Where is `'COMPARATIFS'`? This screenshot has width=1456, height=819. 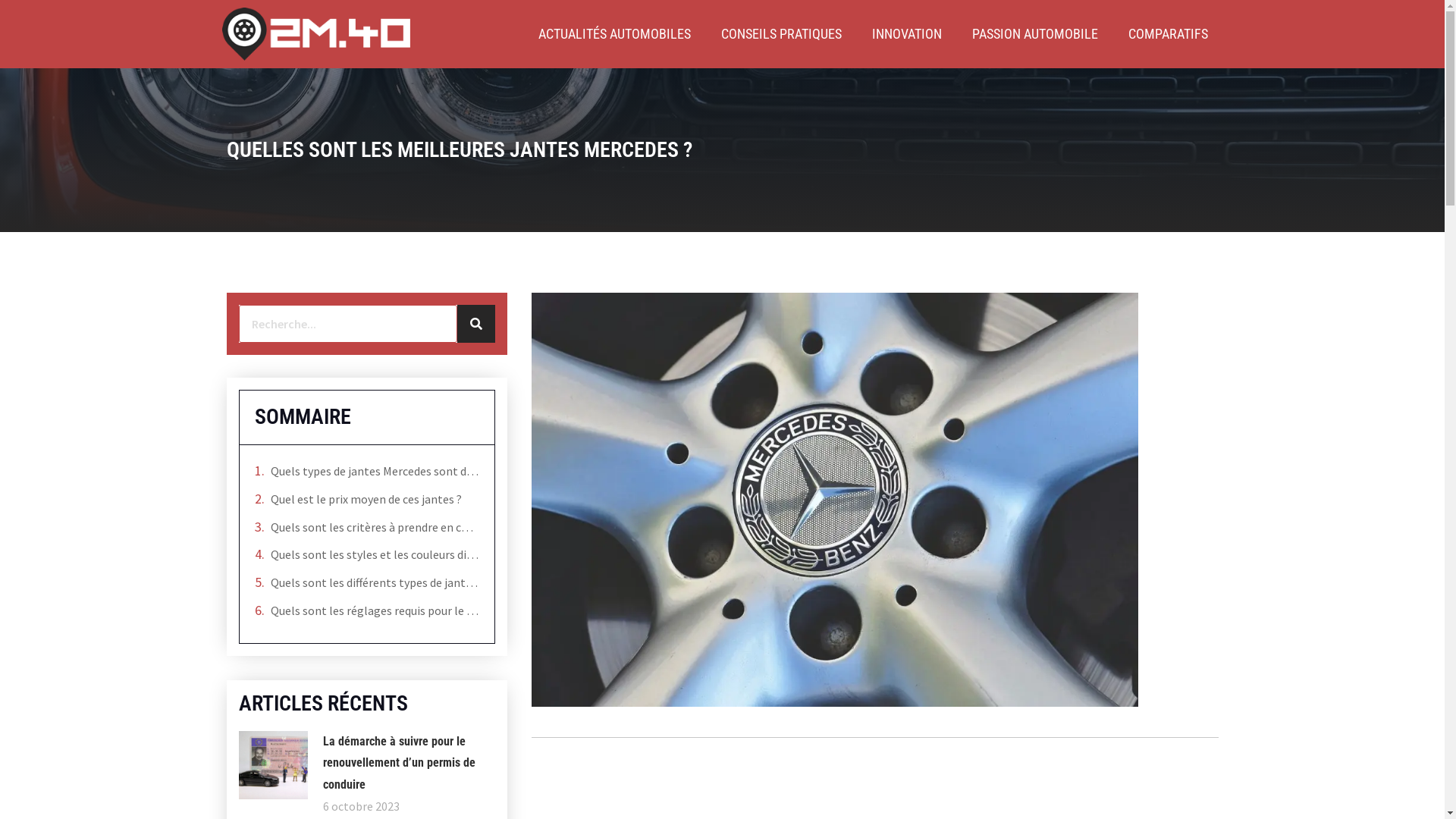 'COMPARATIFS' is located at coordinates (1167, 34).